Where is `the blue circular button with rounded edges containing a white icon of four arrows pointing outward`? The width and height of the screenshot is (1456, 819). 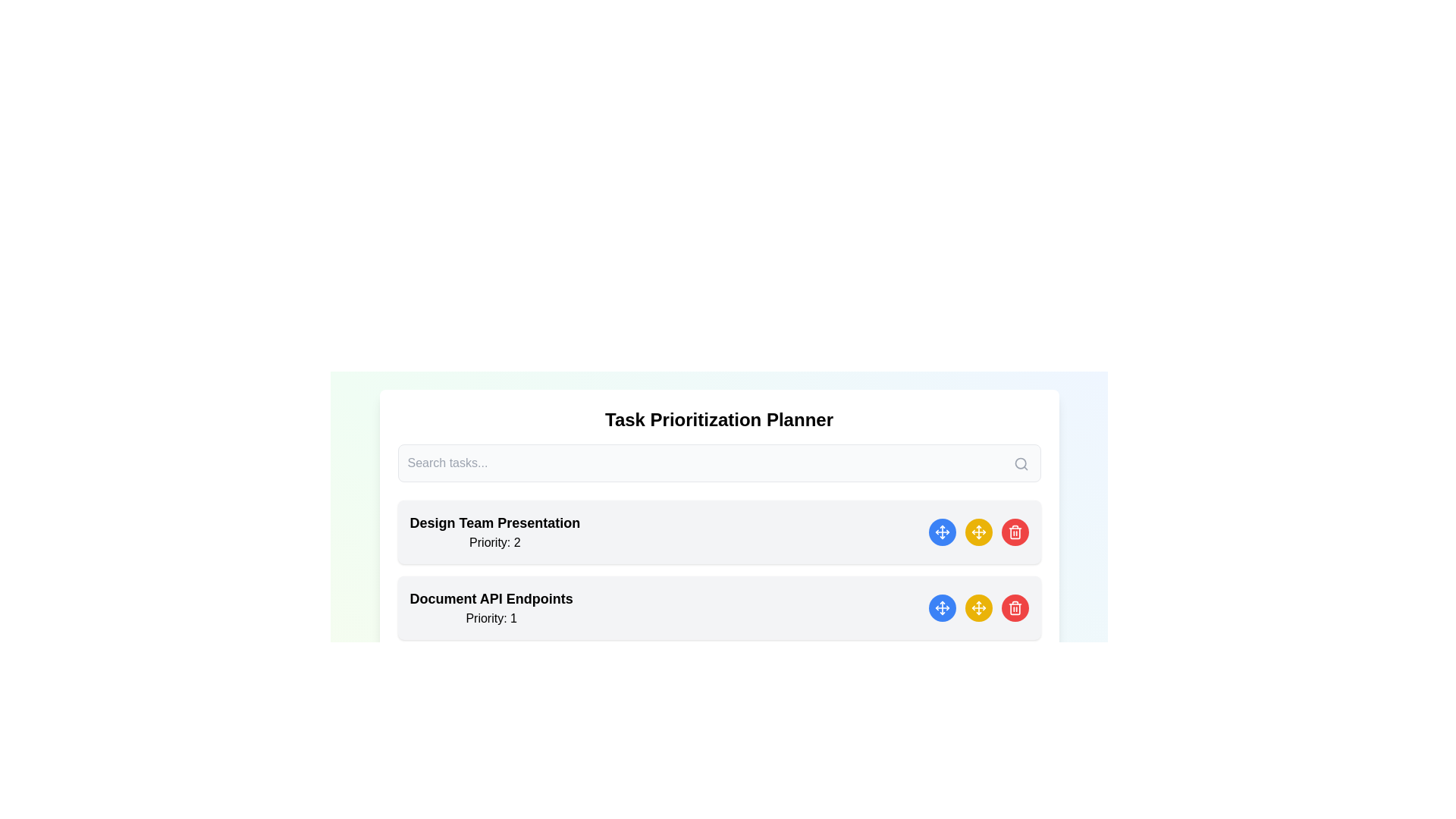 the blue circular button with rounded edges containing a white icon of four arrows pointing outward is located at coordinates (941, 607).